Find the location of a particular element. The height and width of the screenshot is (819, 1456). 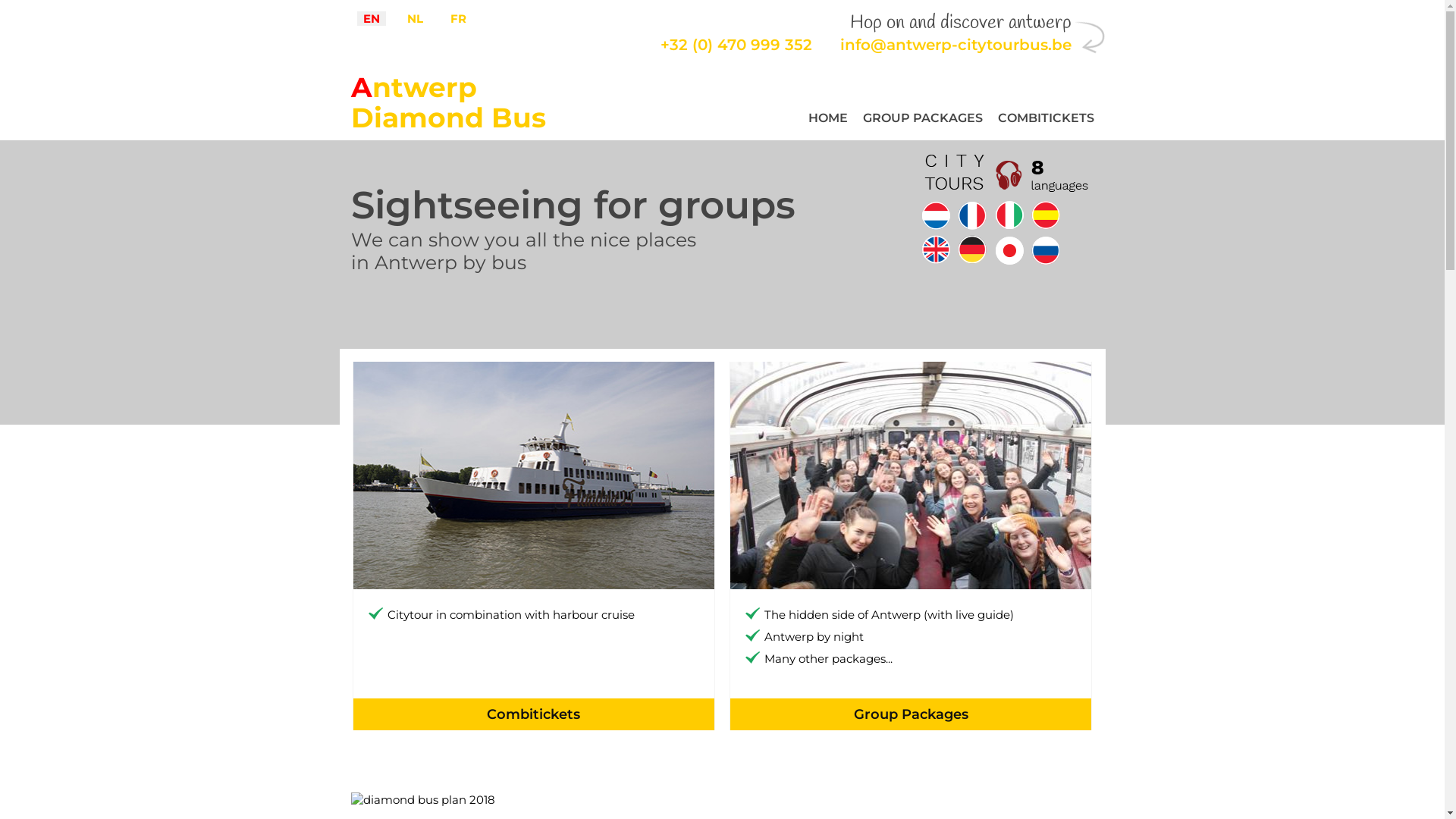

'GROUP PACKAGES' is located at coordinates (922, 117).